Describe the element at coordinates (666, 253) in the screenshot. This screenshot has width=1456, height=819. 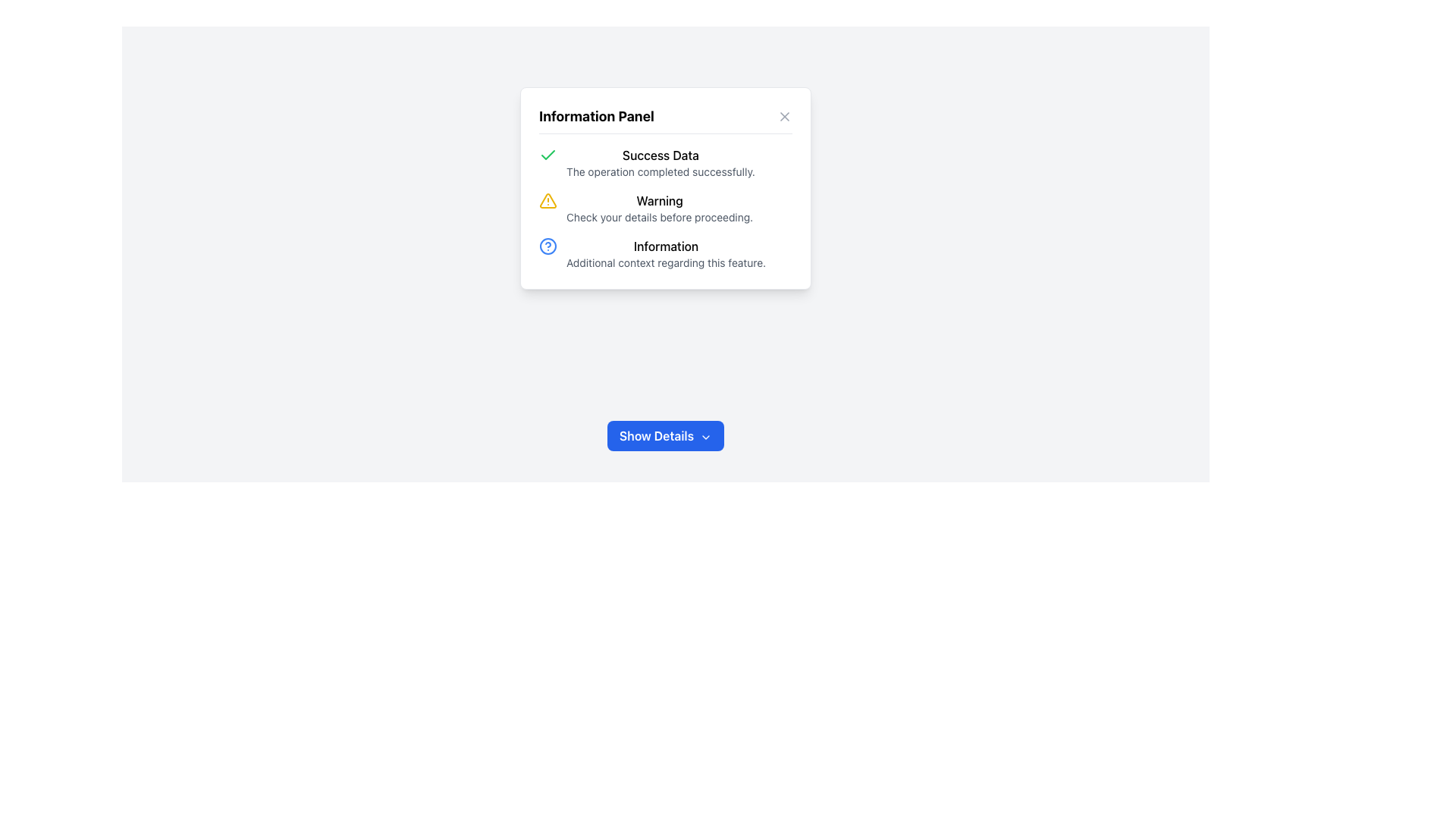
I see `text block located below the 'Warning' section in the 'Information Panel' pop-up, which contains a bold header and smaller description text` at that location.